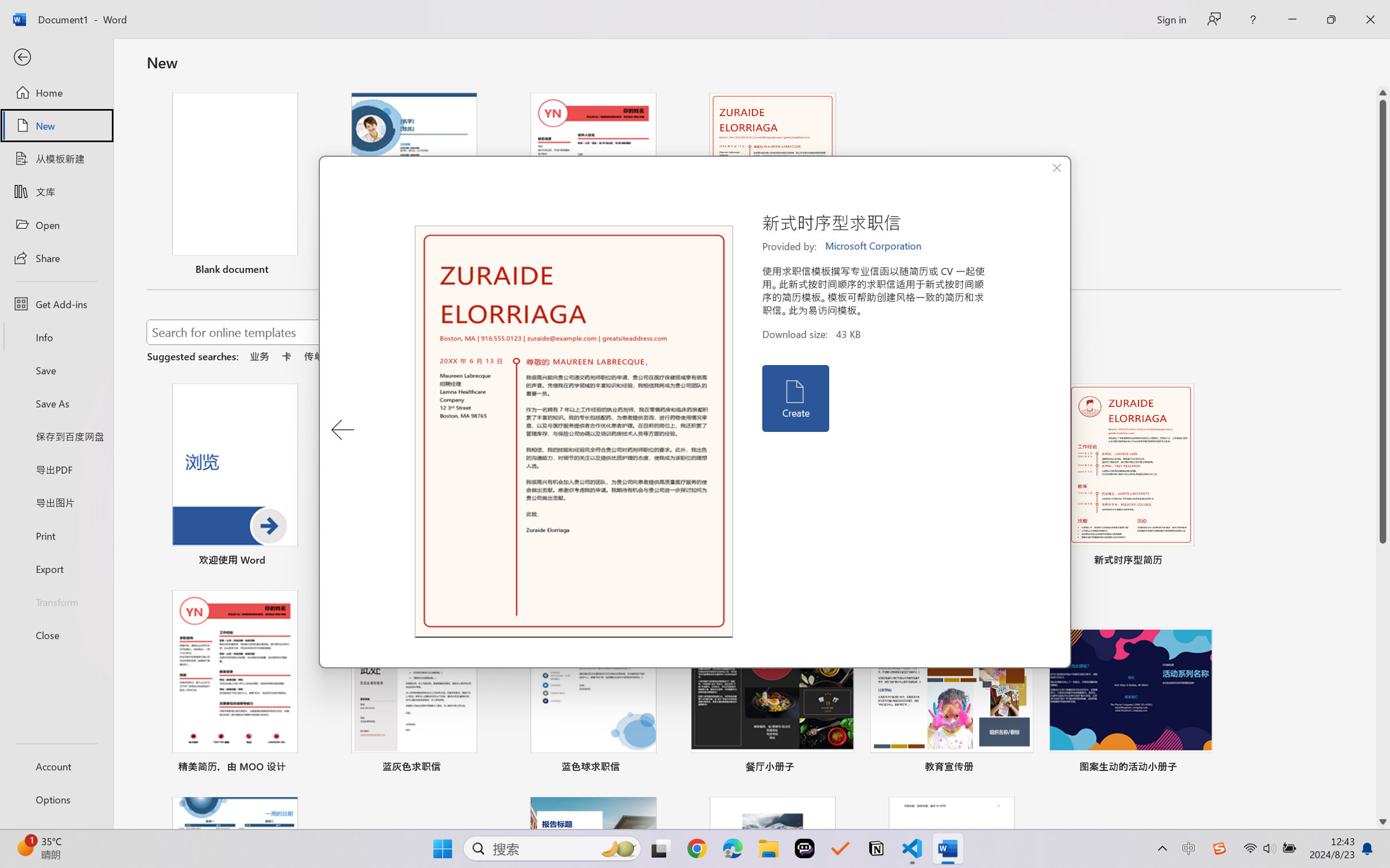 The image size is (1390, 868). Describe the element at coordinates (56, 536) in the screenshot. I see `'Print'` at that location.